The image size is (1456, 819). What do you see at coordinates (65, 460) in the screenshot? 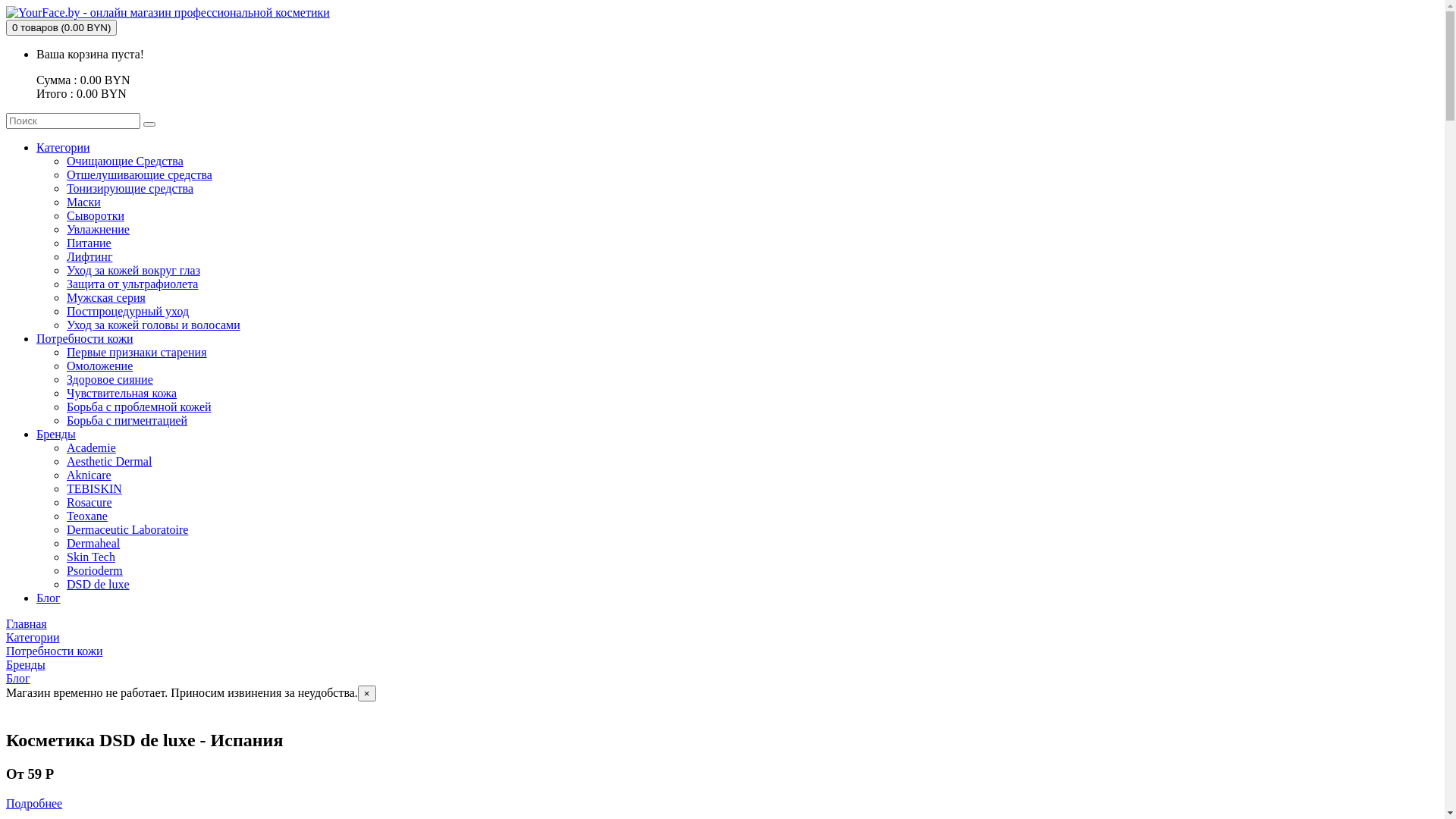
I see `'Aesthetic Dermal'` at bounding box center [65, 460].